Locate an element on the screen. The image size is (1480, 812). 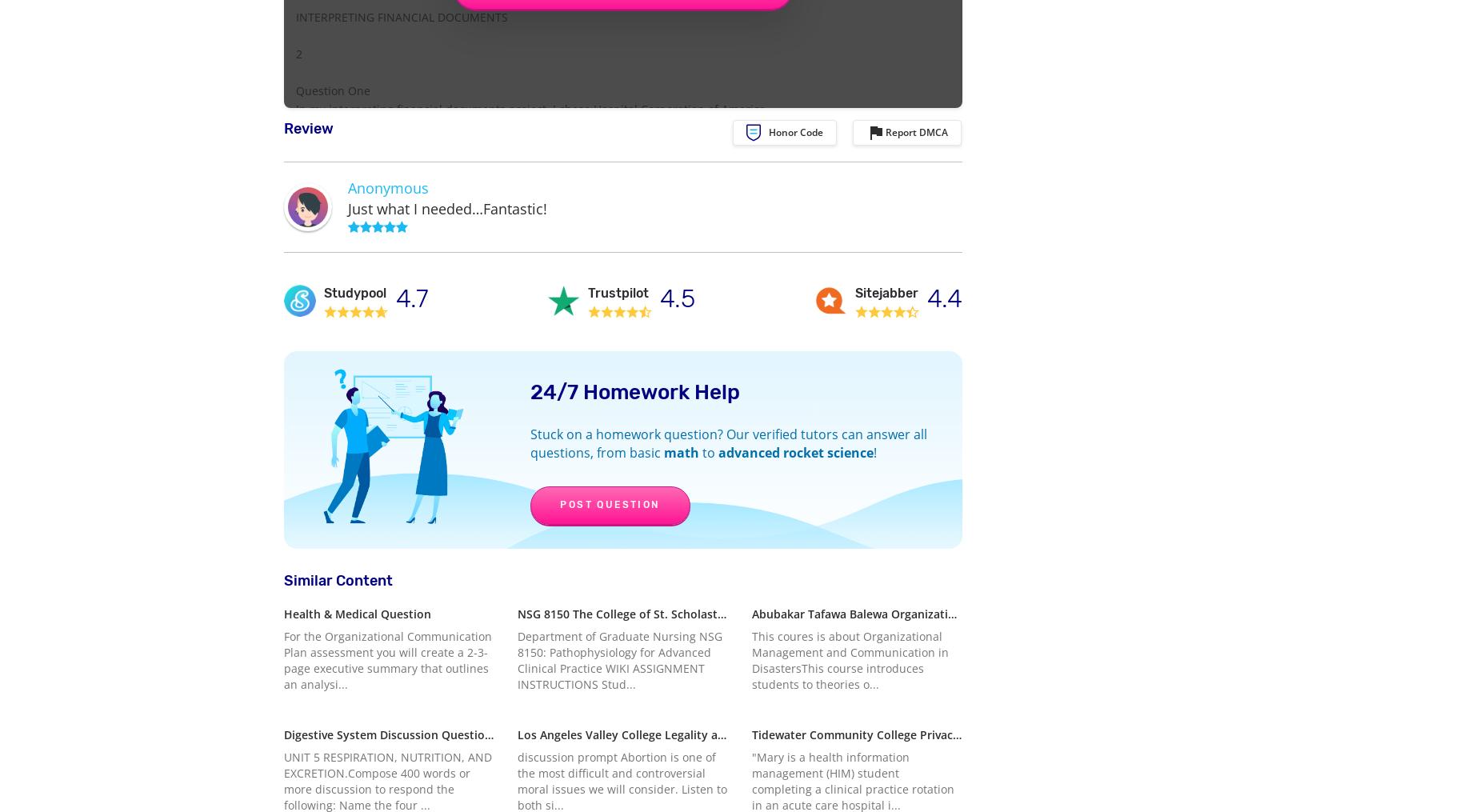
'Anonymous' is located at coordinates (388, 187).